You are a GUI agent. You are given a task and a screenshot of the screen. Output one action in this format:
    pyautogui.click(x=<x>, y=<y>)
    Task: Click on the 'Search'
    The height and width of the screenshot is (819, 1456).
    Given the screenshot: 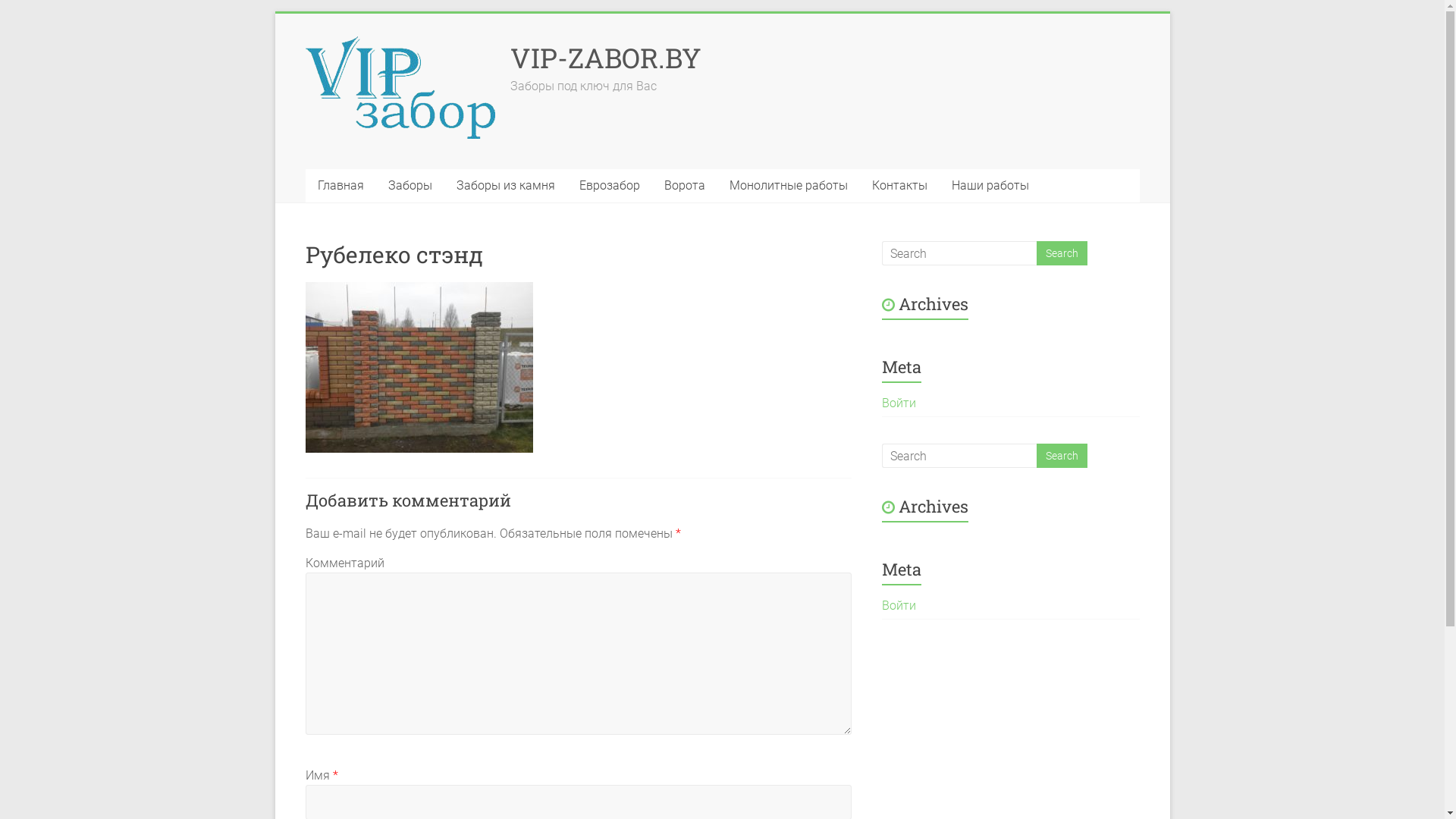 What is the action you would take?
    pyautogui.click(x=1060, y=253)
    